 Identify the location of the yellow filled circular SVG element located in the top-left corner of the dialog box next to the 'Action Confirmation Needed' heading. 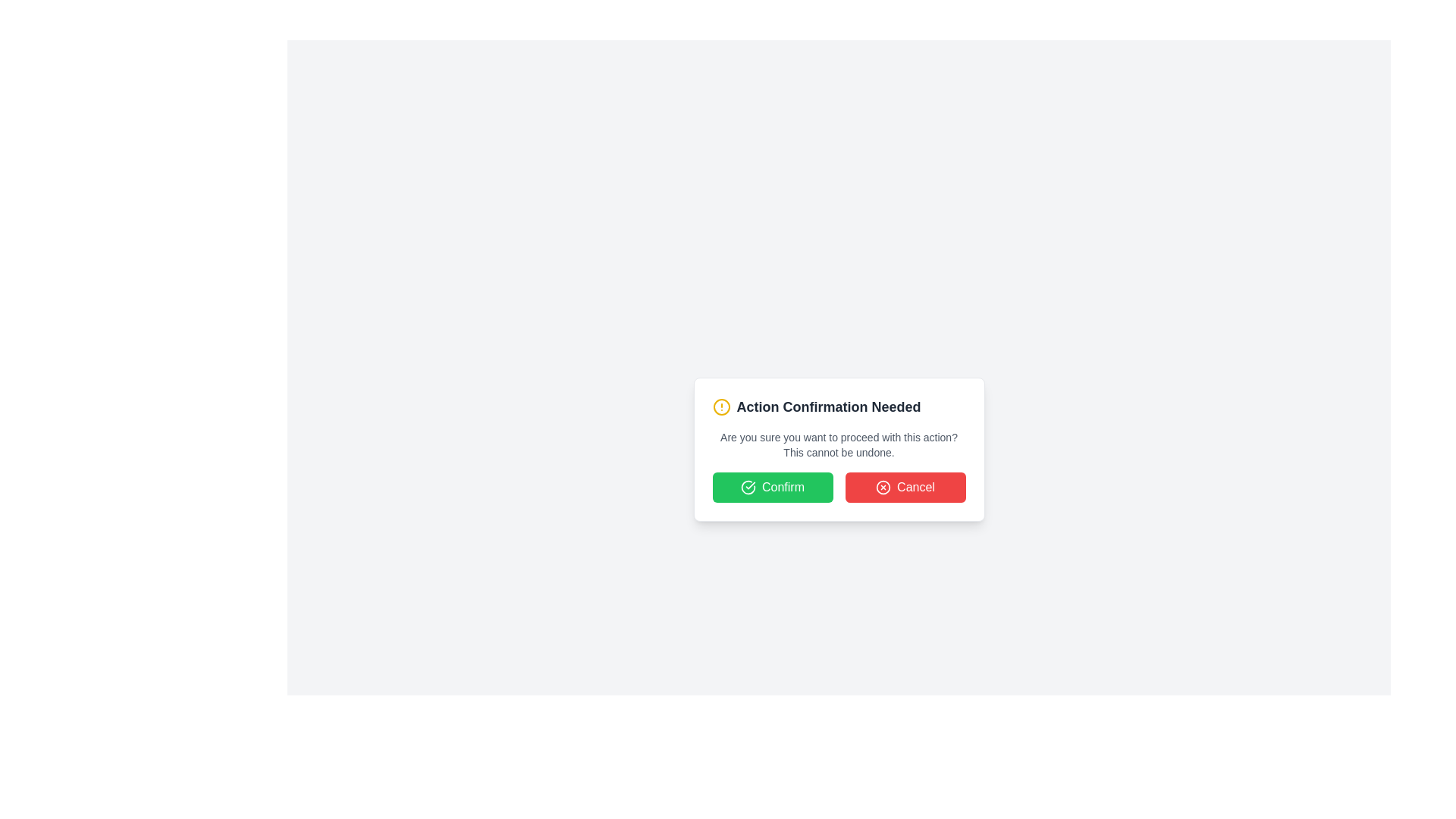
(720, 406).